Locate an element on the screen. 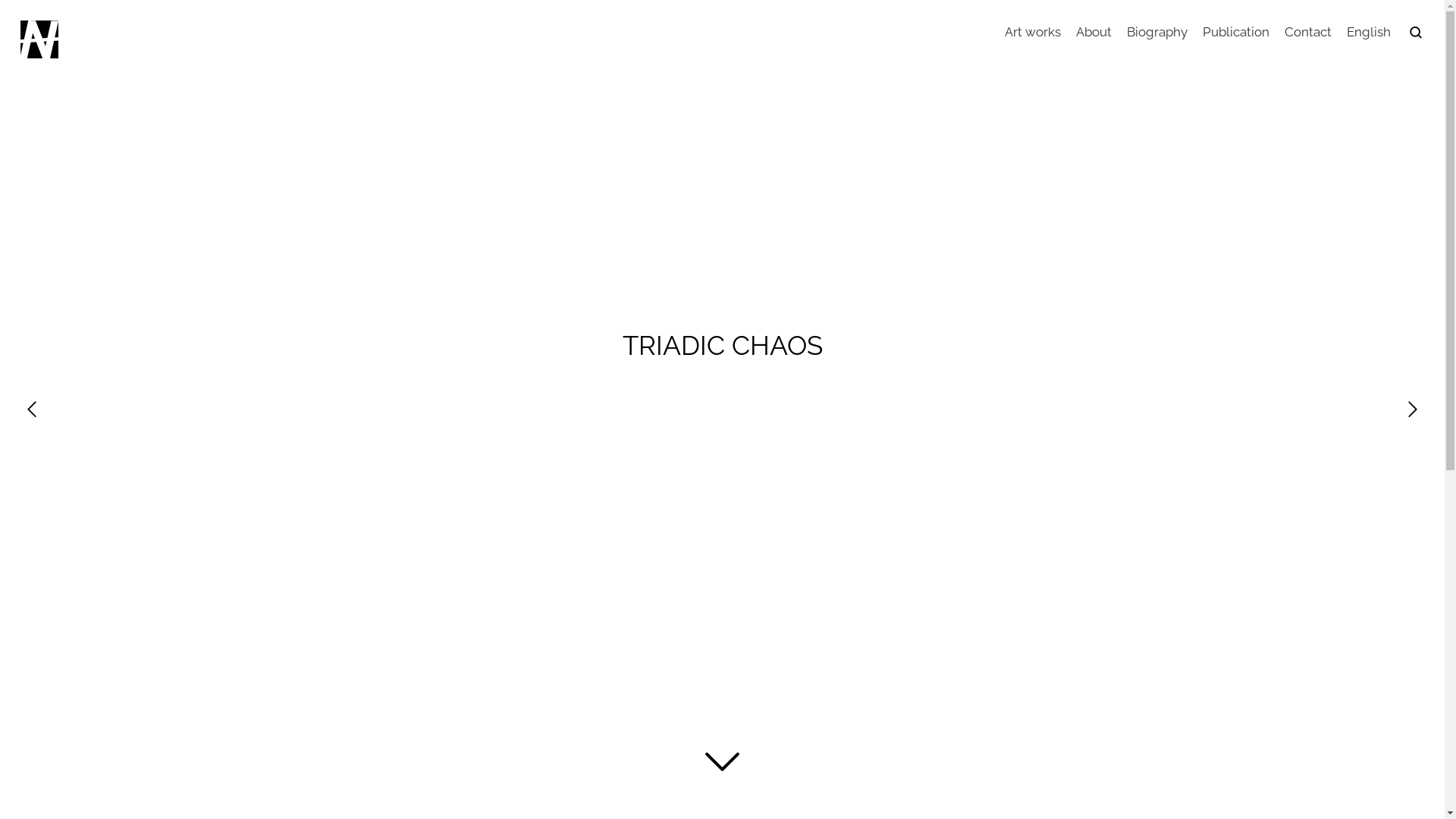 The height and width of the screenshot is (819, 1456). 'Art works' is located at coordinates (1032, 32).